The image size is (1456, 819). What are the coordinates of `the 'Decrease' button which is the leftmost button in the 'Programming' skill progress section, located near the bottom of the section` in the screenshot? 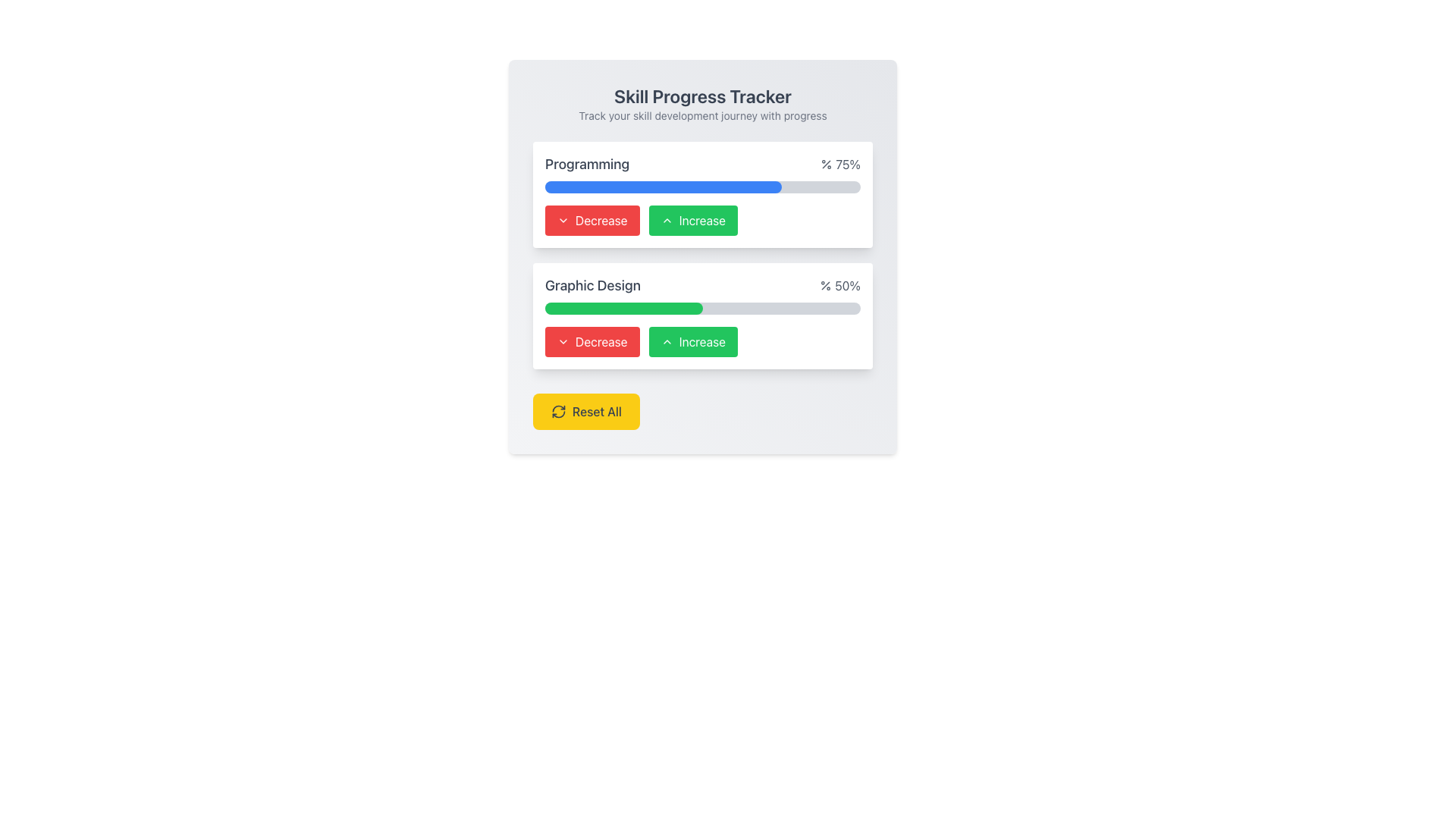 It's located at (591, 220).